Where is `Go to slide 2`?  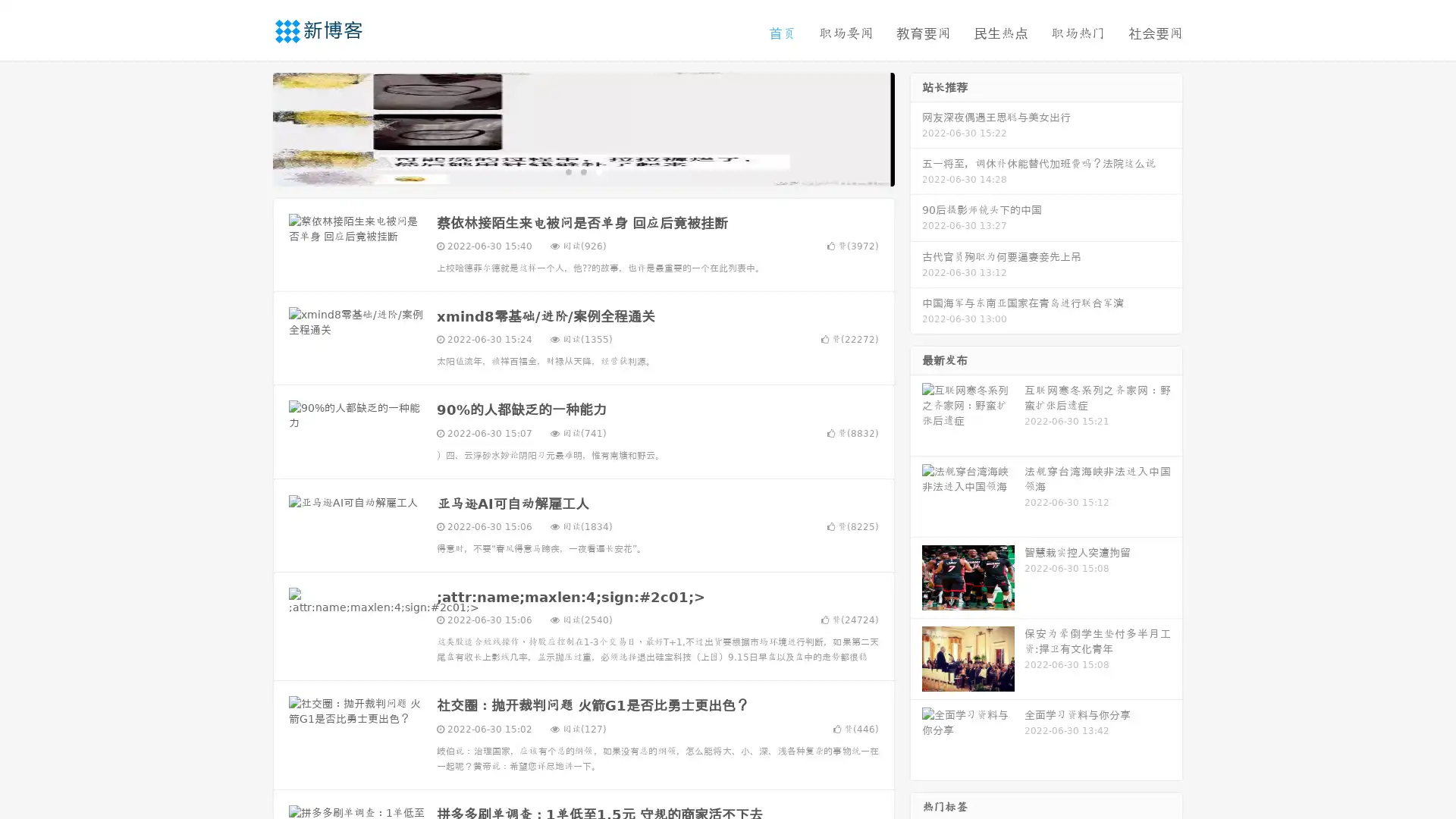
Go to slide 2 is located at coordinates (582, 171).